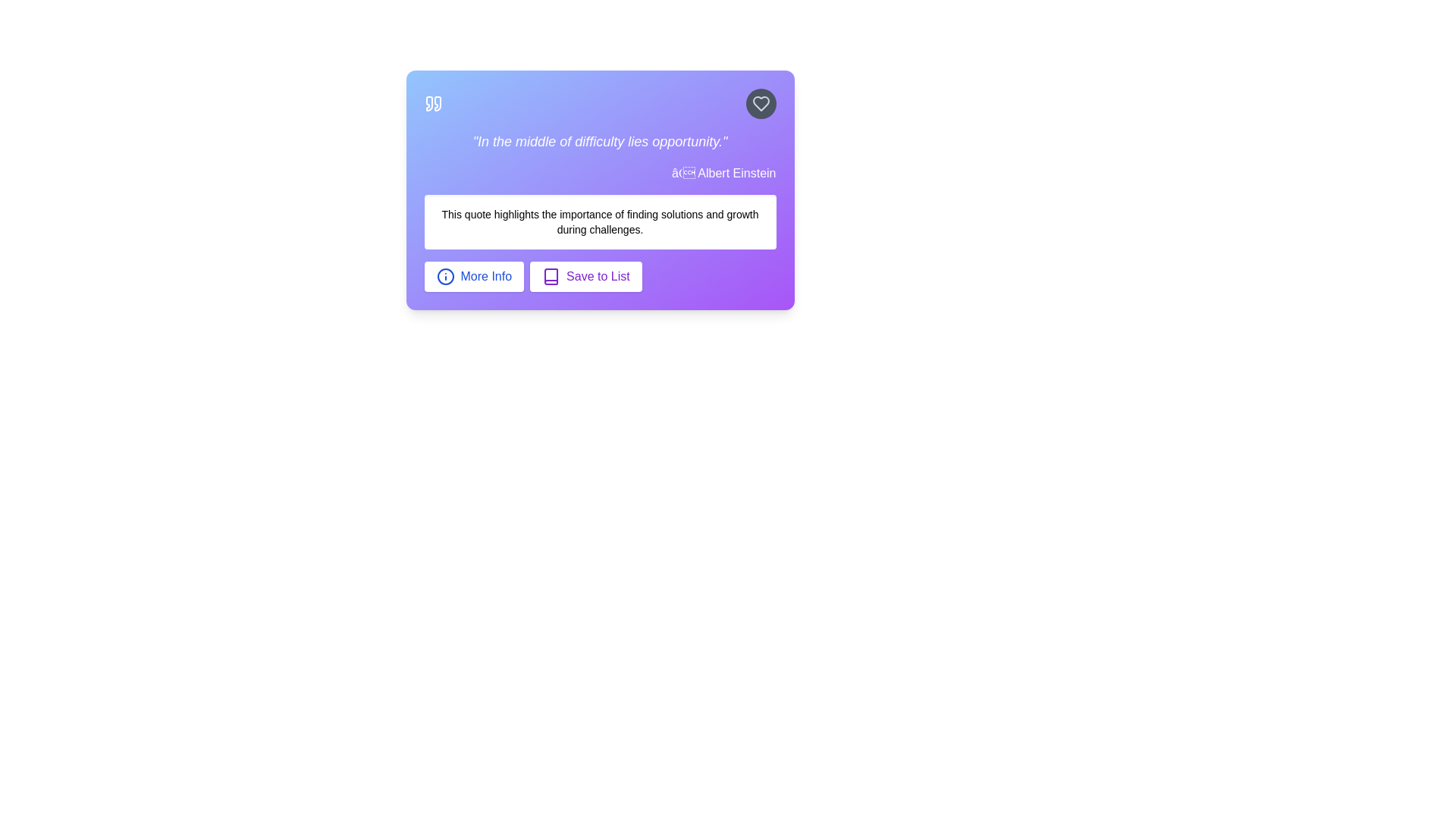 This screenshot has width=1456, height=819. Describe the element at coordinates (444, 277) in the screenshot. I see `the 'More Info' icon located to the left of the 'More Info' text within the button on the bottom left of the card display` at that location.